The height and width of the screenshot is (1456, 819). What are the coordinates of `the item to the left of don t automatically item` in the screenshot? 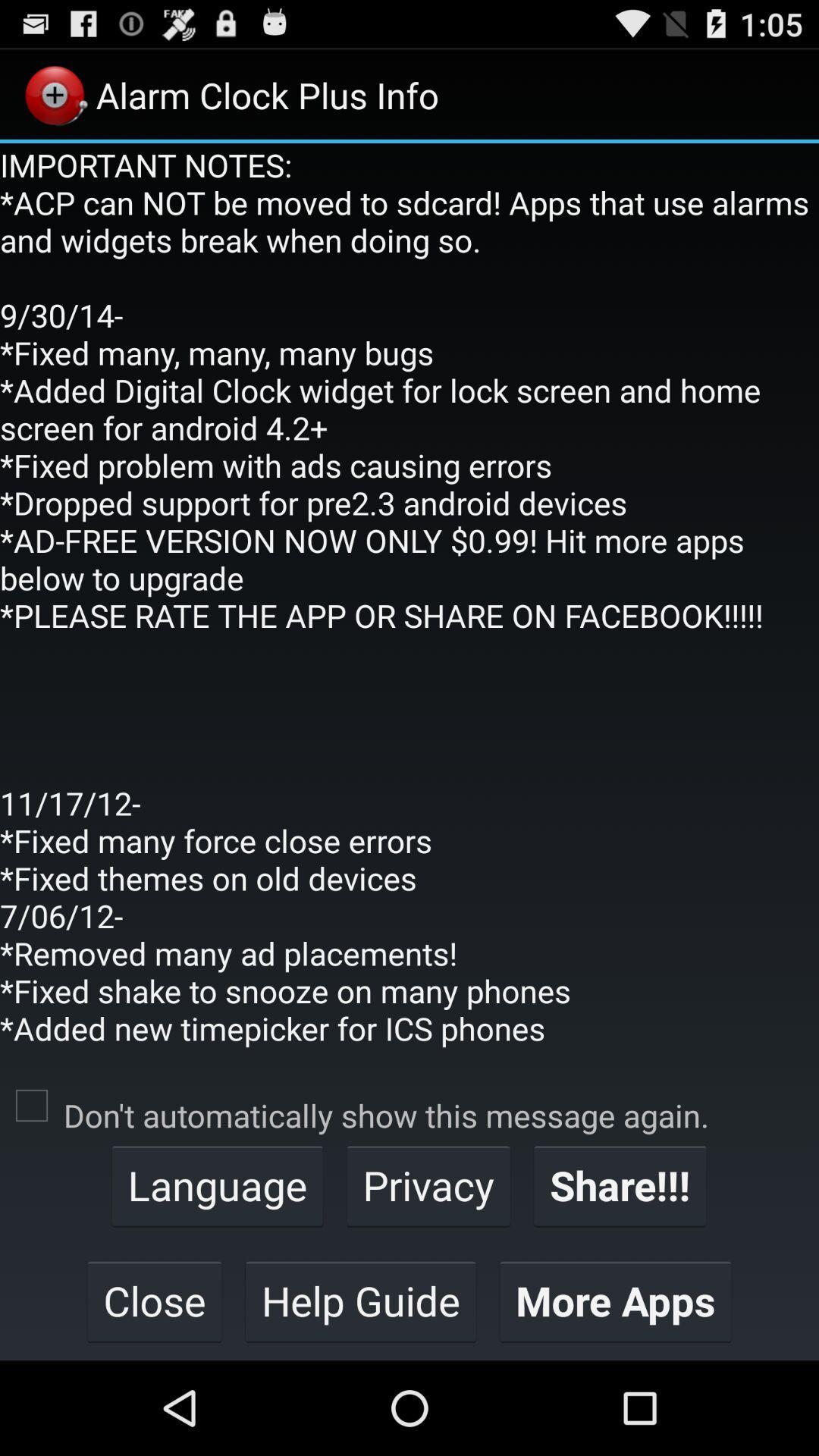 It's located at (32, 1106).